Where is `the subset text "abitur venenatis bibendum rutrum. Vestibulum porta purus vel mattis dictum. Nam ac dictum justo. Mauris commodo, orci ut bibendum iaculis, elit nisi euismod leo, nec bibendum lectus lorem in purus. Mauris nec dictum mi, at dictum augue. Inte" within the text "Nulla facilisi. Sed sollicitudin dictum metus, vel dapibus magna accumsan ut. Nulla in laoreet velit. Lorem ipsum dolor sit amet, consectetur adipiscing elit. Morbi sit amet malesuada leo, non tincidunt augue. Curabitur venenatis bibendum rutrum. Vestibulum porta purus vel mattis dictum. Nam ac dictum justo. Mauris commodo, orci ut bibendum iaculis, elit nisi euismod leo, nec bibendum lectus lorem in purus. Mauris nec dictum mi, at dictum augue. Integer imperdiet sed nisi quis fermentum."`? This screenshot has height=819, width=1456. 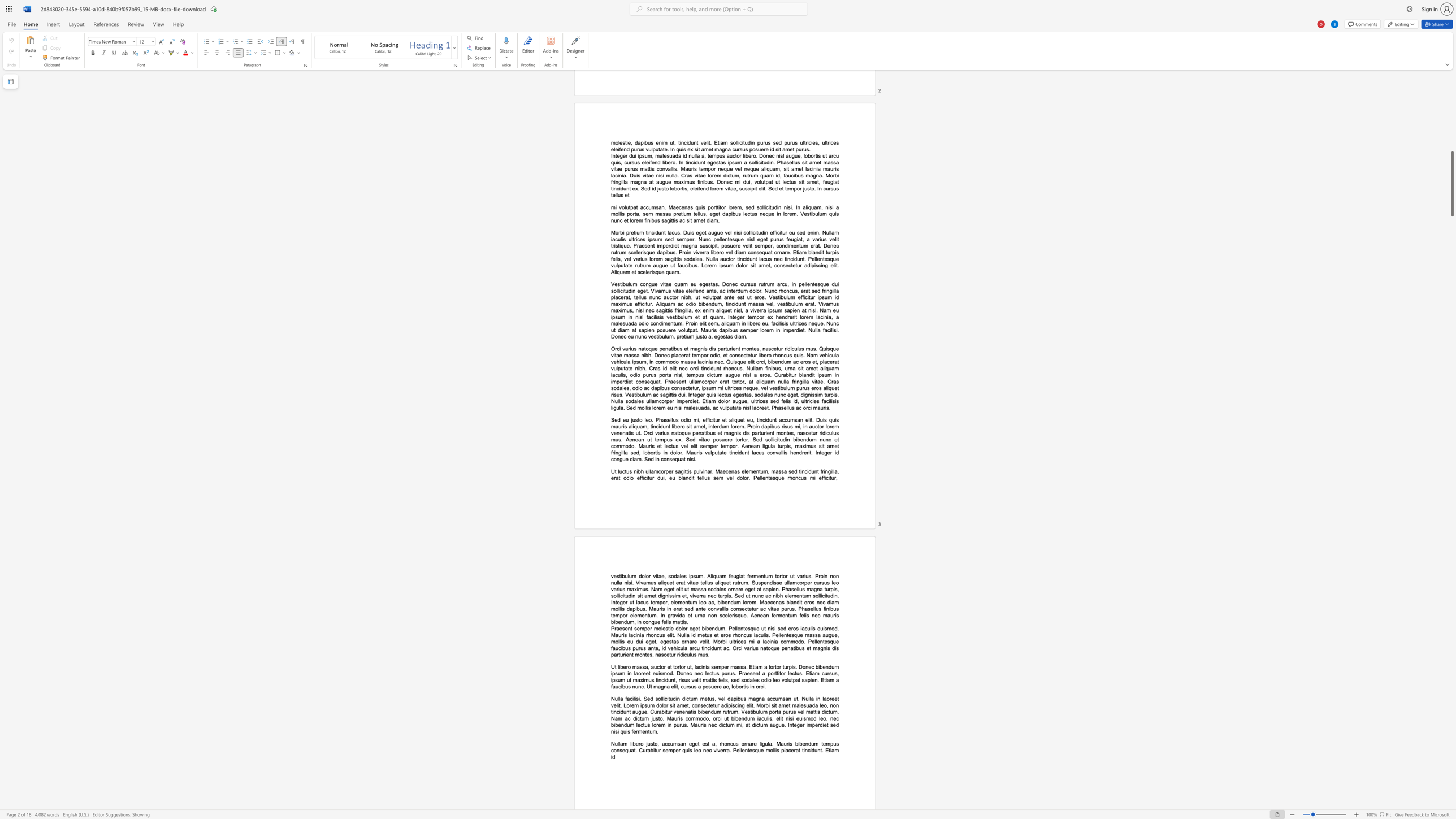
the subset text "abitur venenatis bibendum rutrum. Vestibulum porta purus vel mattis dictum. Nam ac dictum justo. Mauris commodo, orci ut bibendum iaculis, elit nisi euismod leo, nec bibendum lectus lorem in purus. Mauris nec dictum mi, at dictum augue. Inte" within the text "Nulla facilisi. Sed sollicitudin dictum metus, vel dapibus magna accumsan ut. Nulla in laoreet velit. Lorem ipsum dolor sit amet, consectetur adipiscing elit. Morbi sit amet malesuada leo, non tincidunt augue. Curabitur venenatis bibendum rutrum. Vestibulum porta purus vel mattis dictum. Nam ac dictum justo. Mauris commodo, orci ut bibendum iaculis, elit nisi euismod leo, nec bibendum lectus lorem in purus. Mauris nec dictum mi, at dictum augue. Integer imperdiet sed nisi quis fermentum." is located at coordinates (658, 711).